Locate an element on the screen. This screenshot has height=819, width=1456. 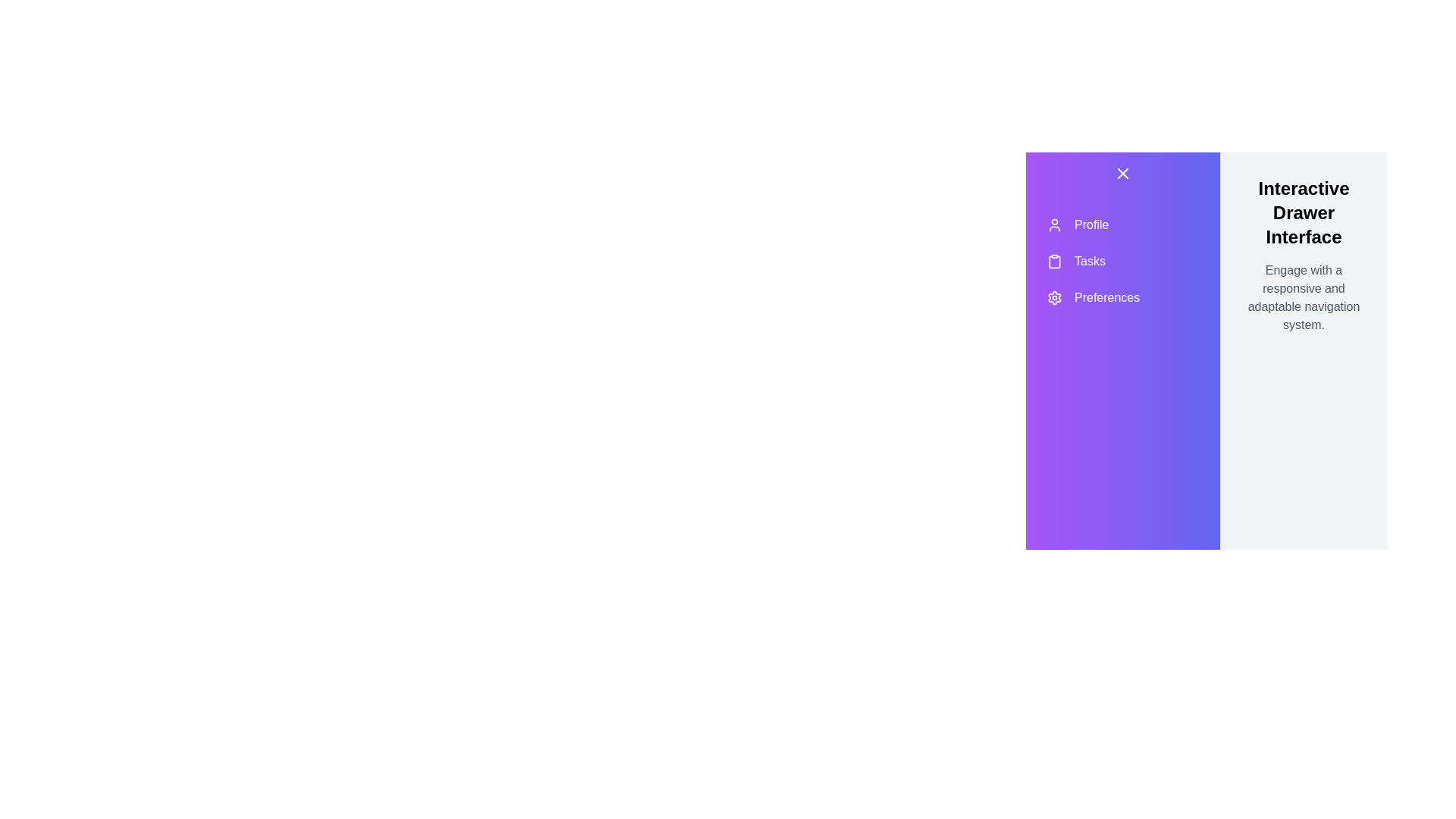
the menu item labeled Preferences is located at coordinates (1123, 298).